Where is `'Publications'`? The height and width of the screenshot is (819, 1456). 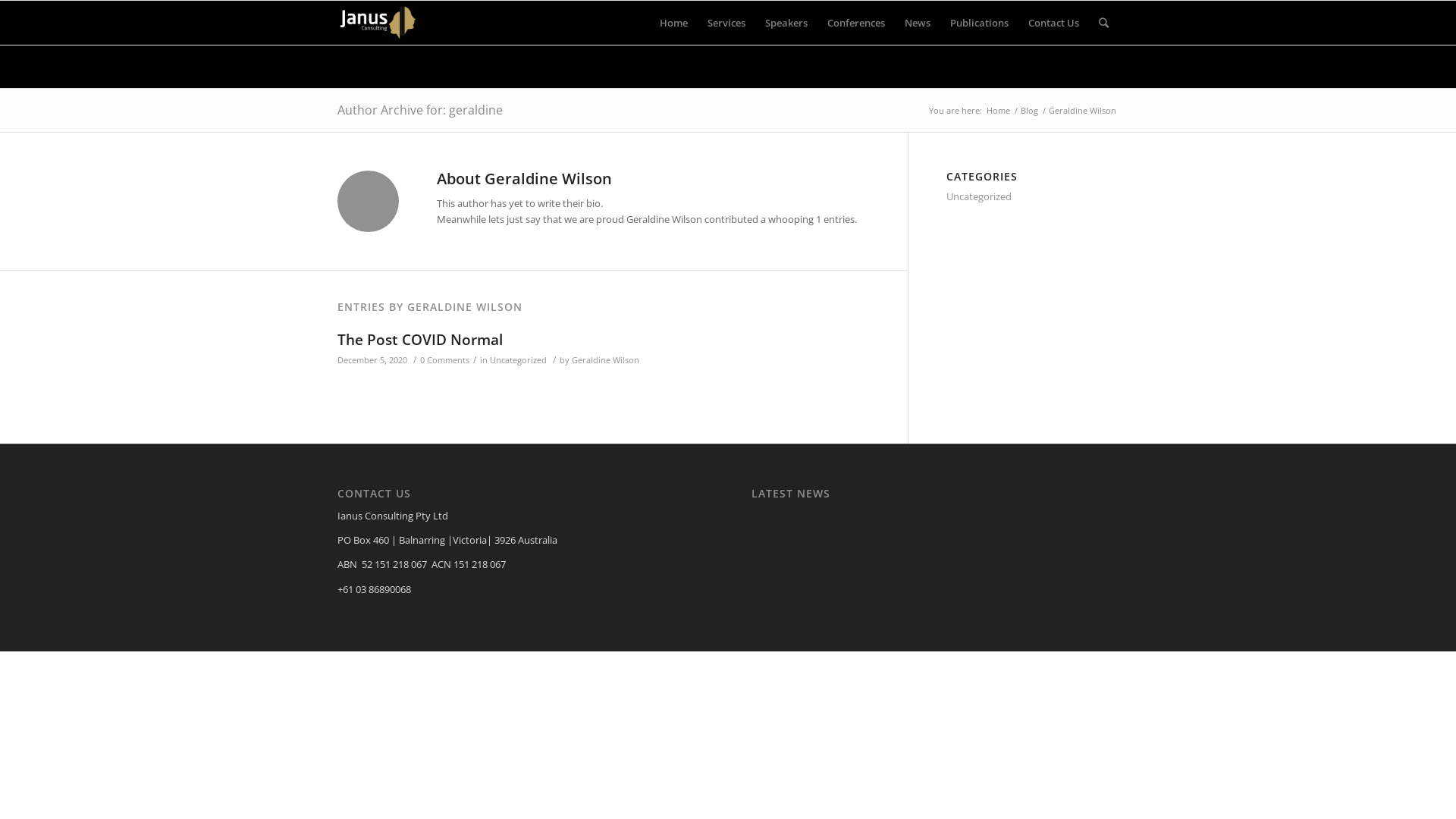
'Publications' is located at coordinates (979, 23).